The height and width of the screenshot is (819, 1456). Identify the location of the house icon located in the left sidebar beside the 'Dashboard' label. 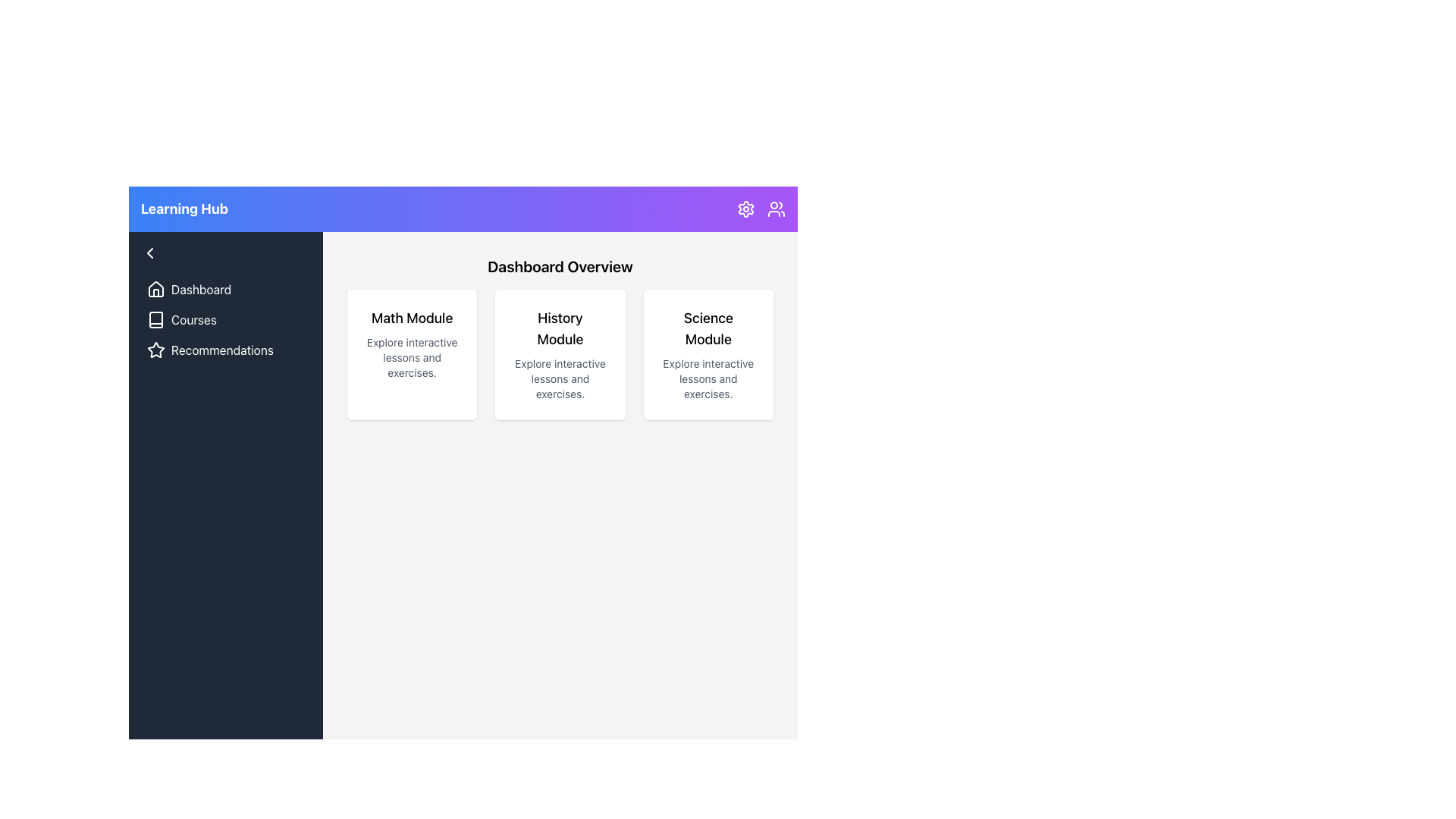
(156, 289).